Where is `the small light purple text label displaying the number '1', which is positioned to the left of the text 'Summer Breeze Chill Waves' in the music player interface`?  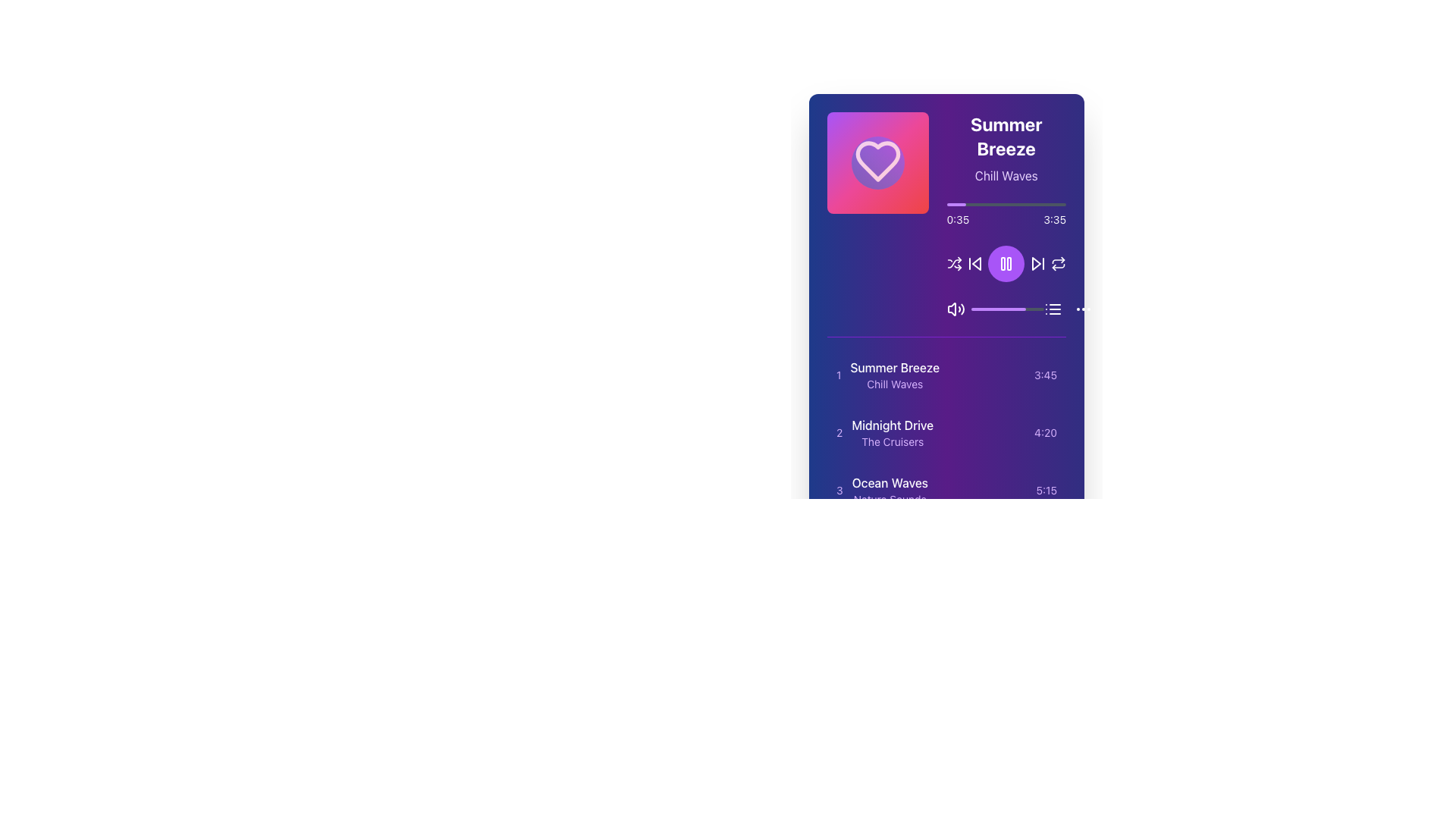 the small light purple text label displaying the number '1', which is positioned to the left of the text 'Summer Breeze Chill Waves' in the music player interface is located at coordinates (838, 375).